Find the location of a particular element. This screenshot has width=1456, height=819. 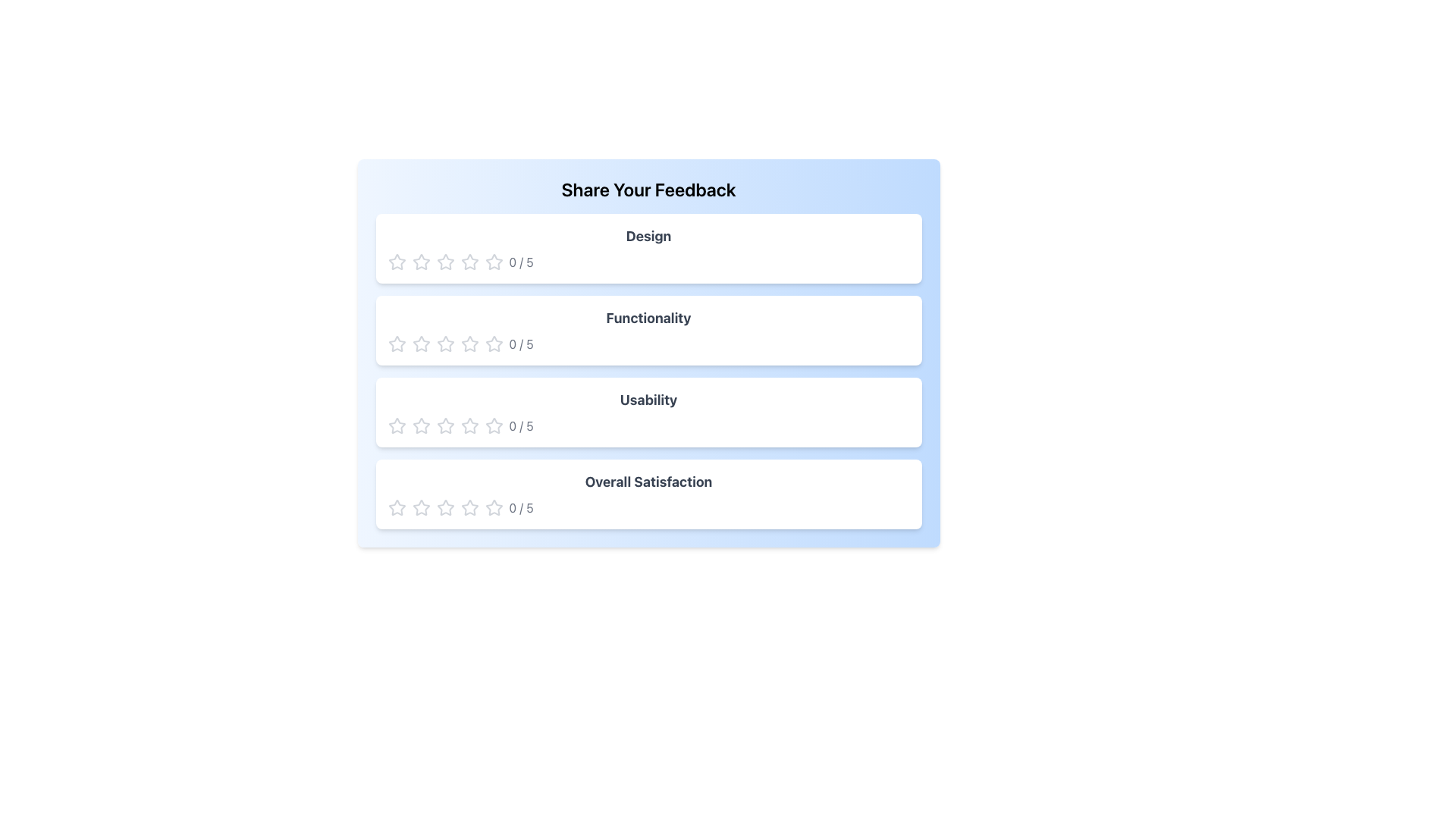

the first rating star icon located next to the 'Usability' feedback section, which is the first star in the 5-star rating system is located at coordinates (494, 425).